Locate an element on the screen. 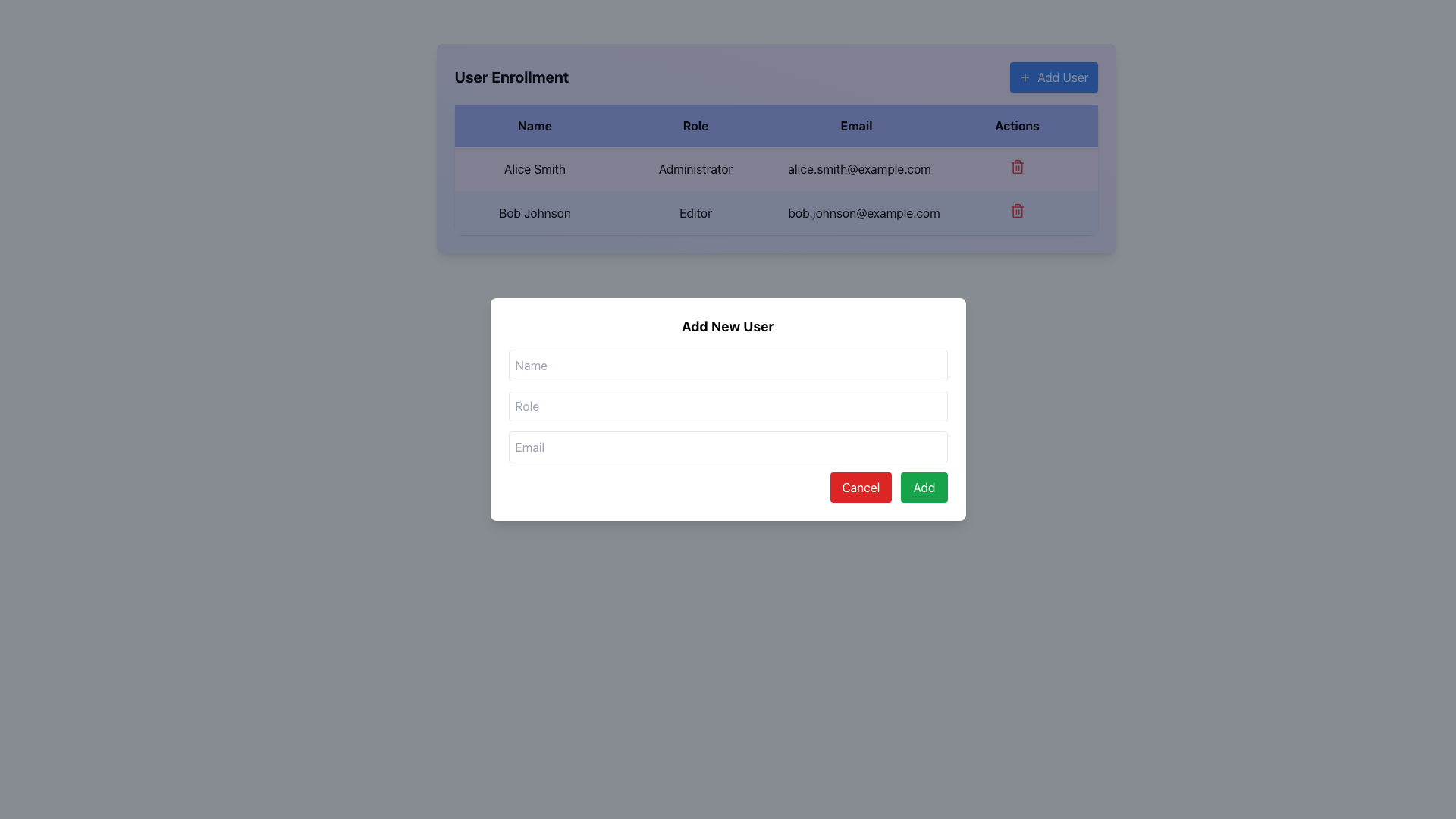 The height and width of the screenshot is (819, 1456). data from the first row of the user table under the 'User Enrollment' section, which contains the user's name, role, and email address is located at coordinates (776, 169).